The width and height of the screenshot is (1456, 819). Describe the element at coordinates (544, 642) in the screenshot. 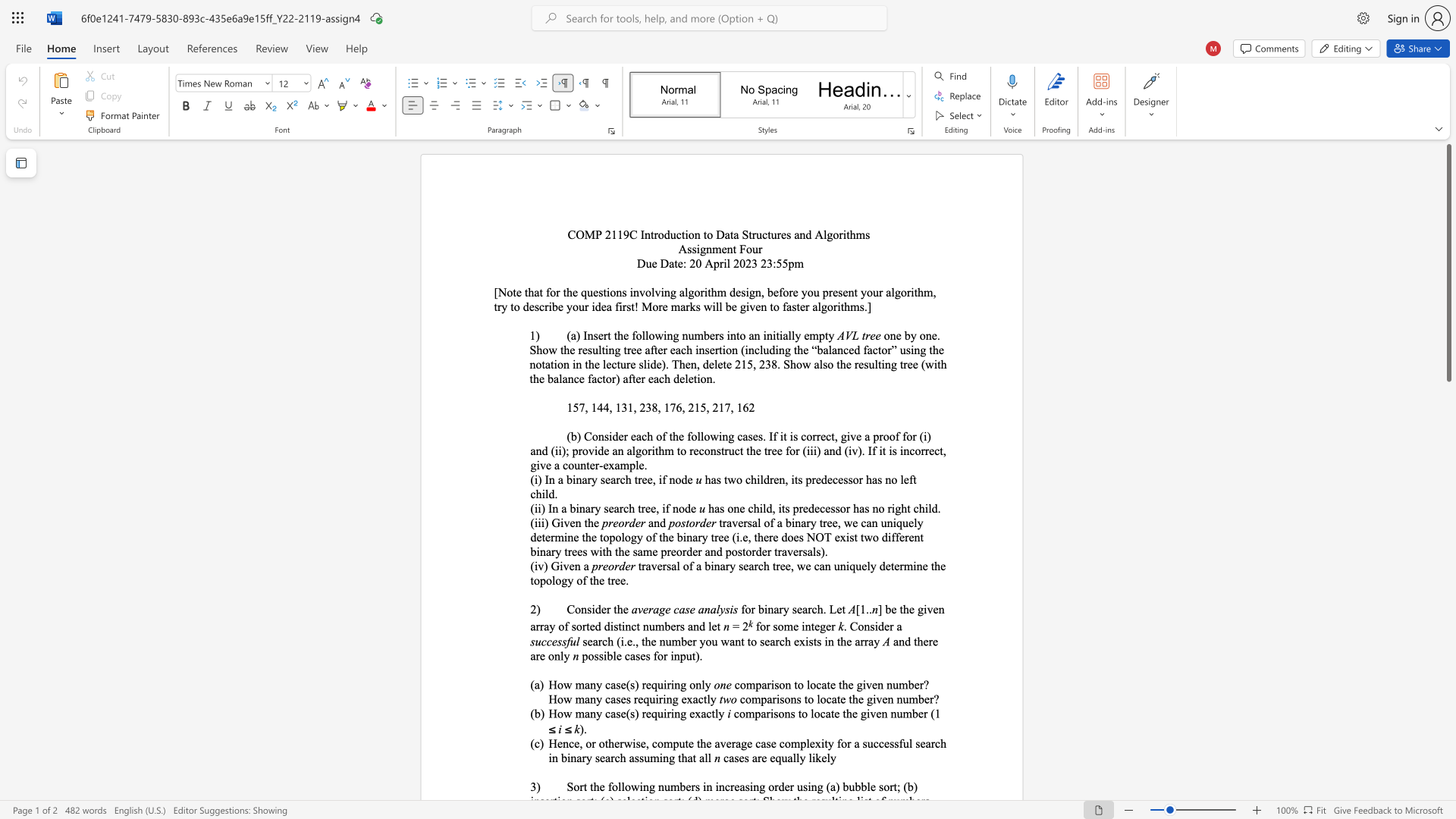

I see `the 1th character "c" in the text` at that location.